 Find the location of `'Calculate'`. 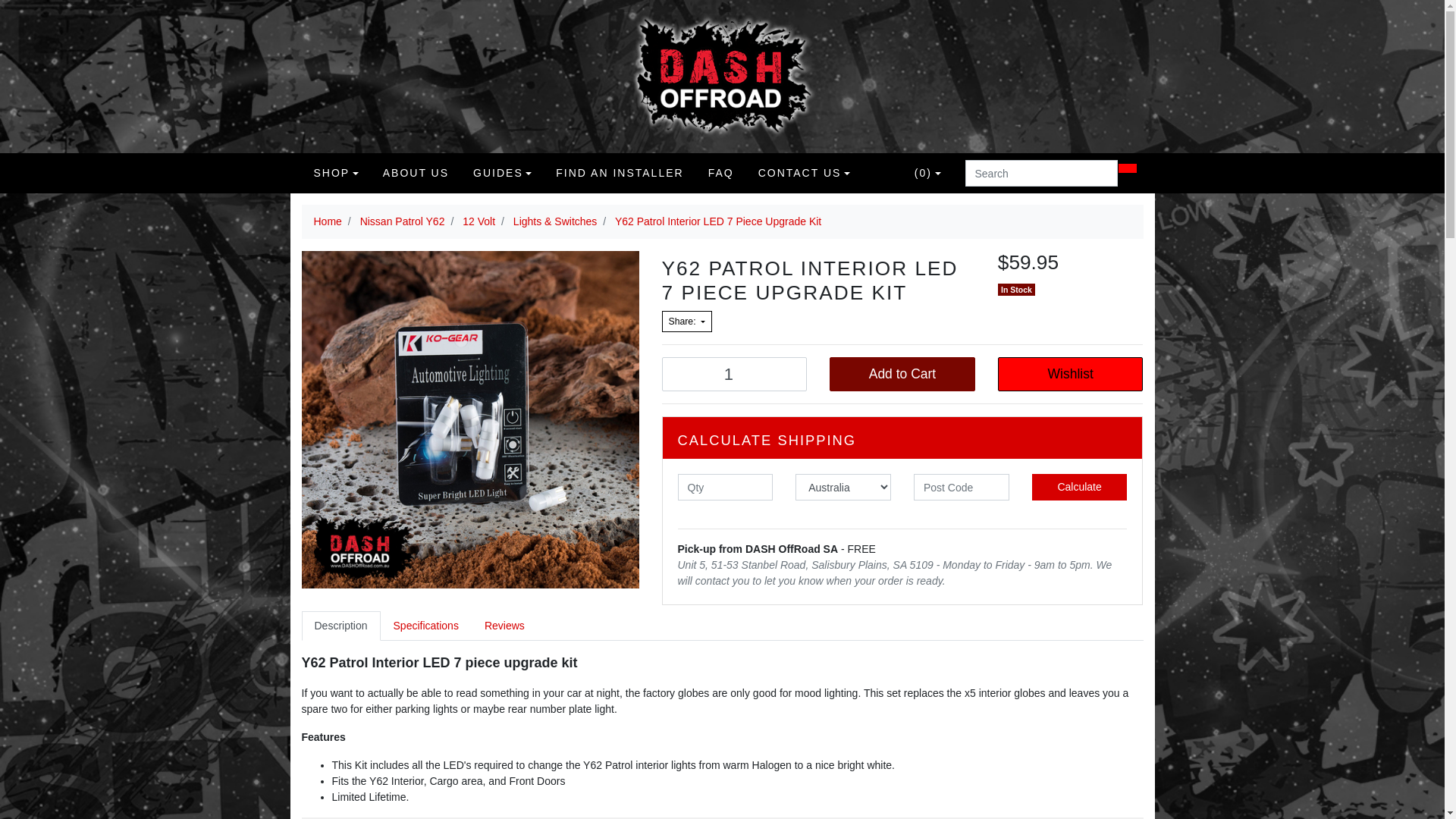

'Calculate' is located at coordinates (1031, 487).